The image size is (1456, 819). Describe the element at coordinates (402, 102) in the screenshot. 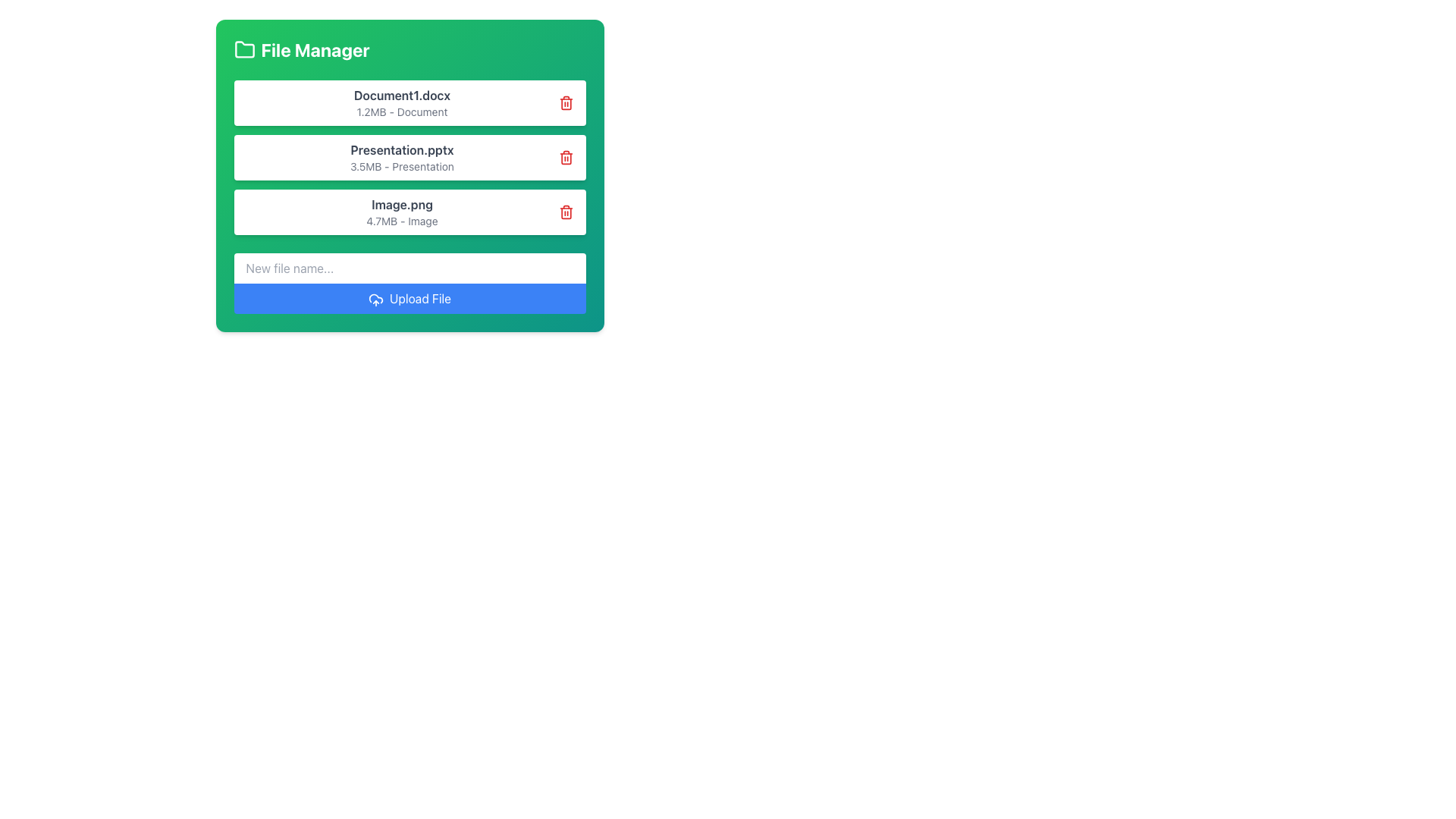

I see `the Text Label that provides information about the document, detailing its name, format, and size, located at the top of the list in the file manager interface` at that location.